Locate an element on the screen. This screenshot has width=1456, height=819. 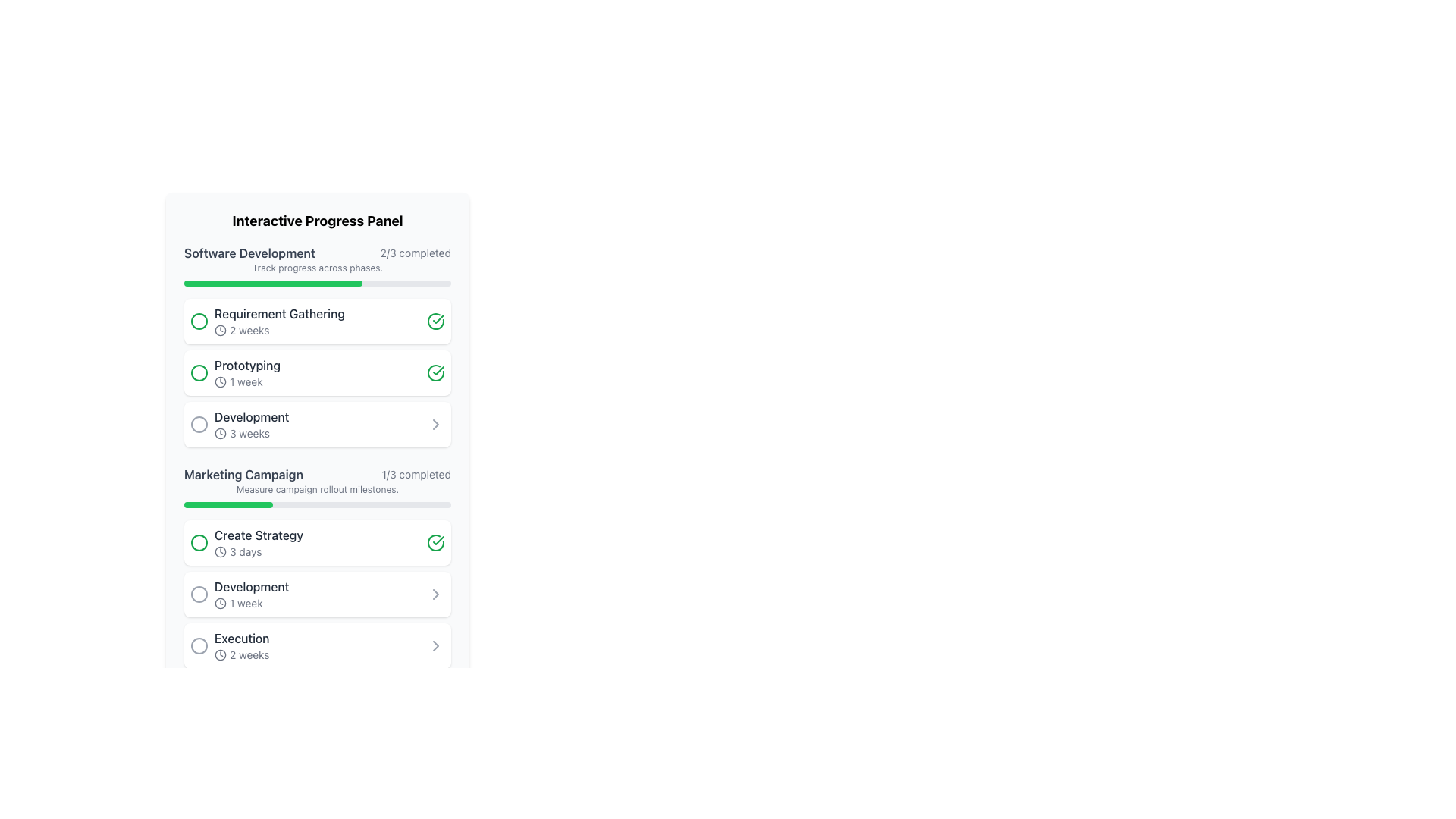
text of the third list item under the 'Marketing Campaign' section, which is named 'Execution' and has an estimated duration of '2 weeks' is located at coordinates (241, 646).